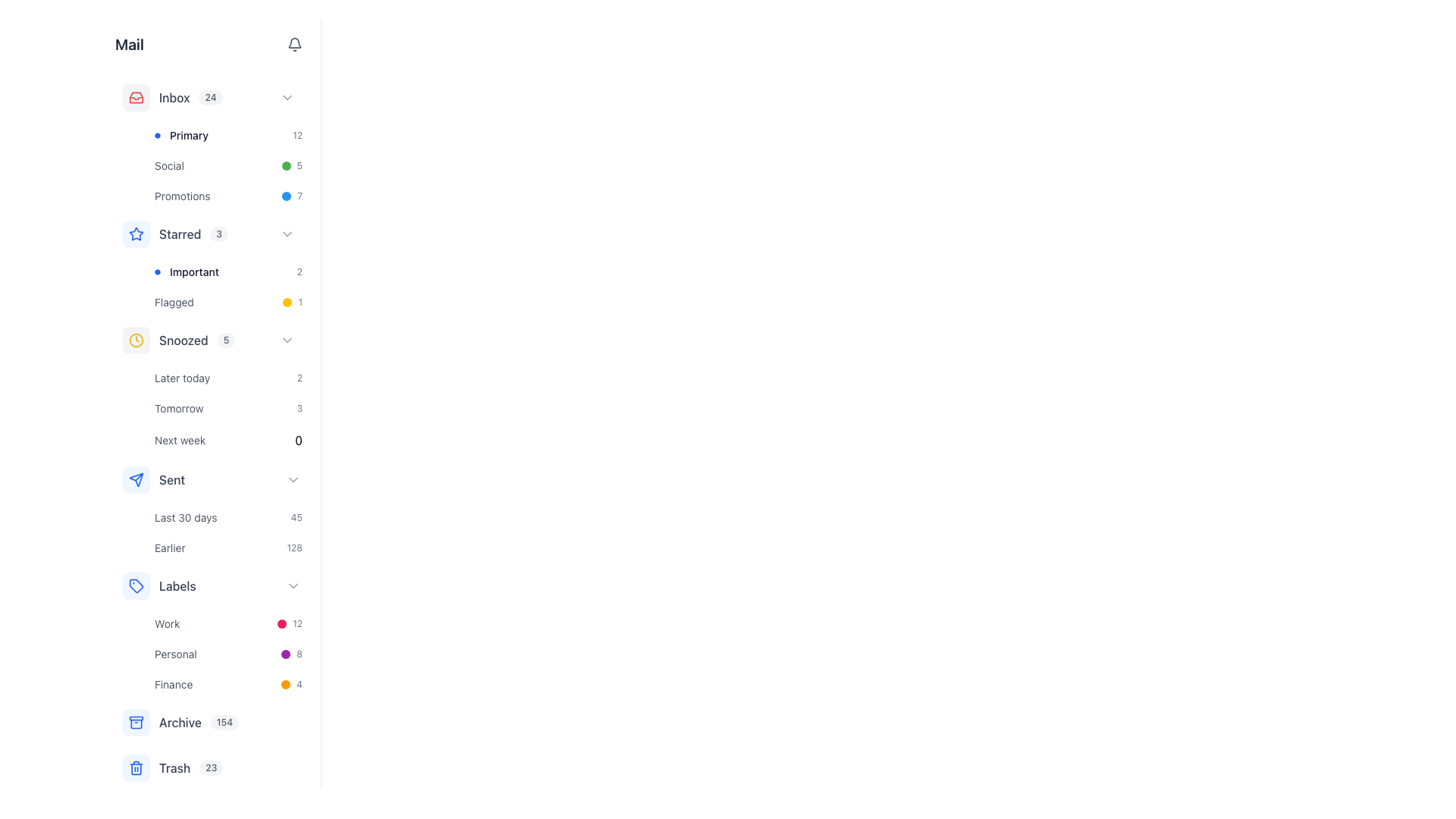 Image resolution: width=1456 pixels, height=819 pixels. I want to click on the clickable list item related to the 'Social' category, which is positioned below 'Primary' and above 'Promotions', so click(227, 166).